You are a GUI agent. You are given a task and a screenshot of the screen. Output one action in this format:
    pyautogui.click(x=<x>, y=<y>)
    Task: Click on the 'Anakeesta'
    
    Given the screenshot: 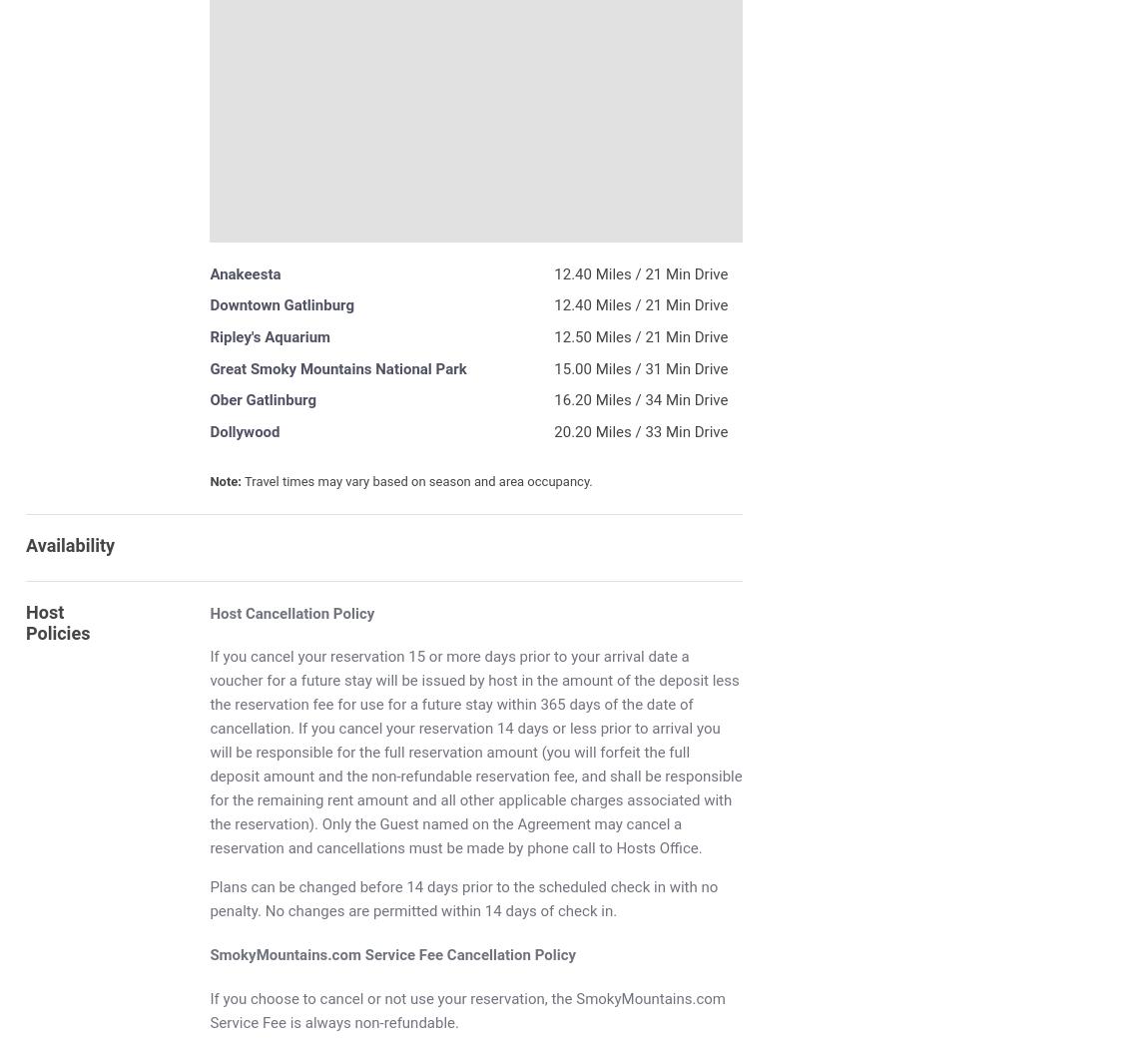 What is the action you would take?
    pyautogui.click(x=244, y=272)
    